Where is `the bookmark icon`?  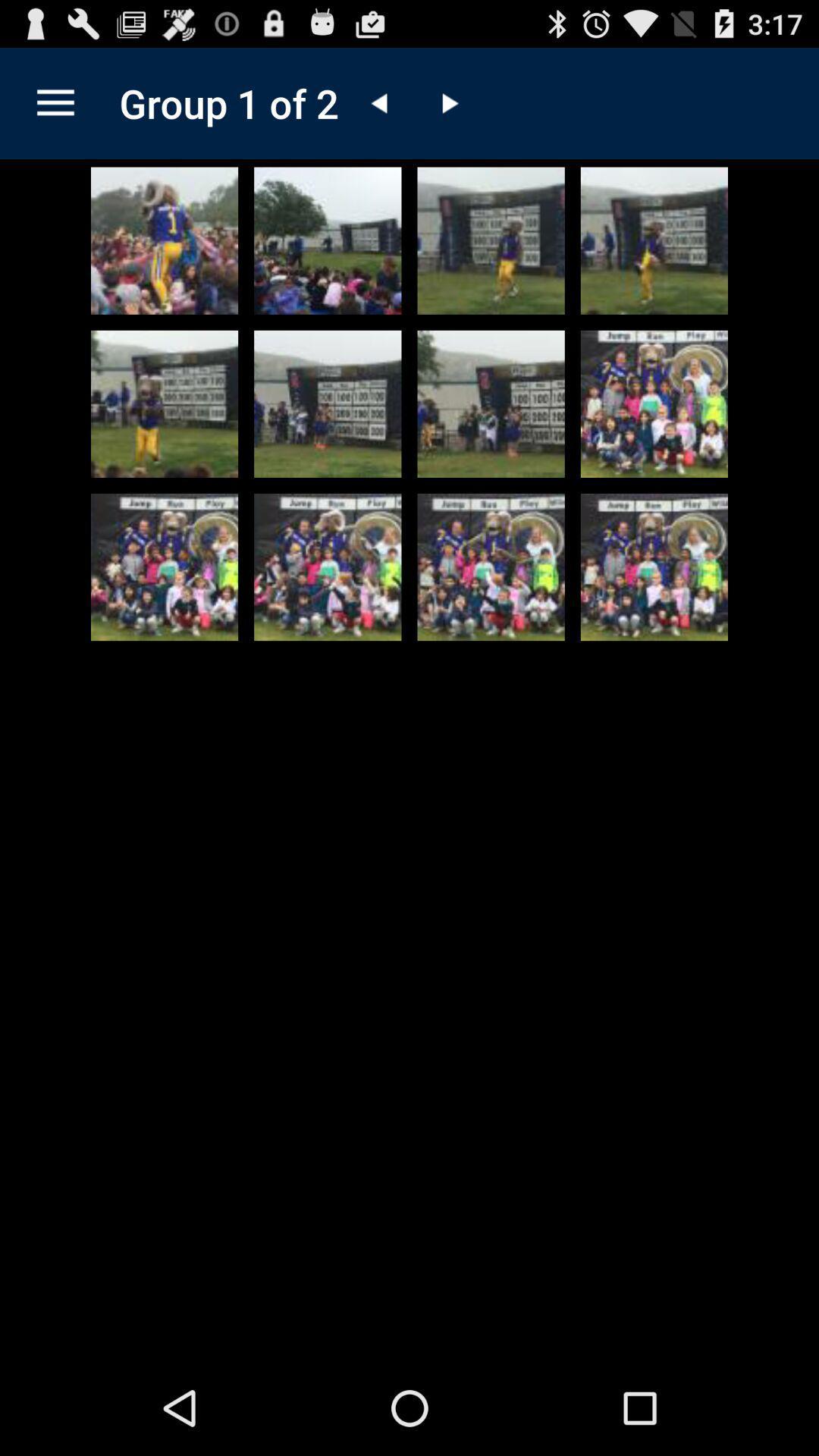
the bookmark icon is located at coordinates (491, 431).